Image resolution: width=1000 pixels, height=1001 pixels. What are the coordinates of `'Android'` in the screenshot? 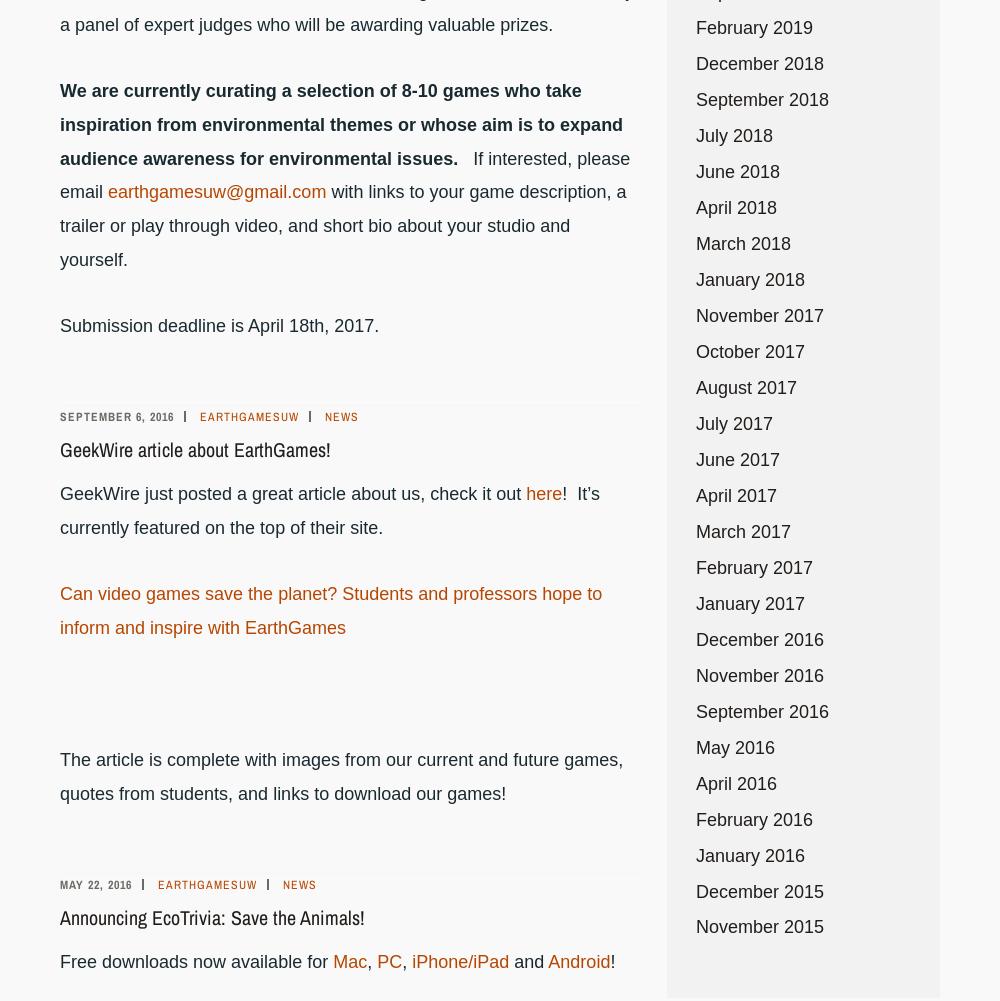 It's located at (578, 959).